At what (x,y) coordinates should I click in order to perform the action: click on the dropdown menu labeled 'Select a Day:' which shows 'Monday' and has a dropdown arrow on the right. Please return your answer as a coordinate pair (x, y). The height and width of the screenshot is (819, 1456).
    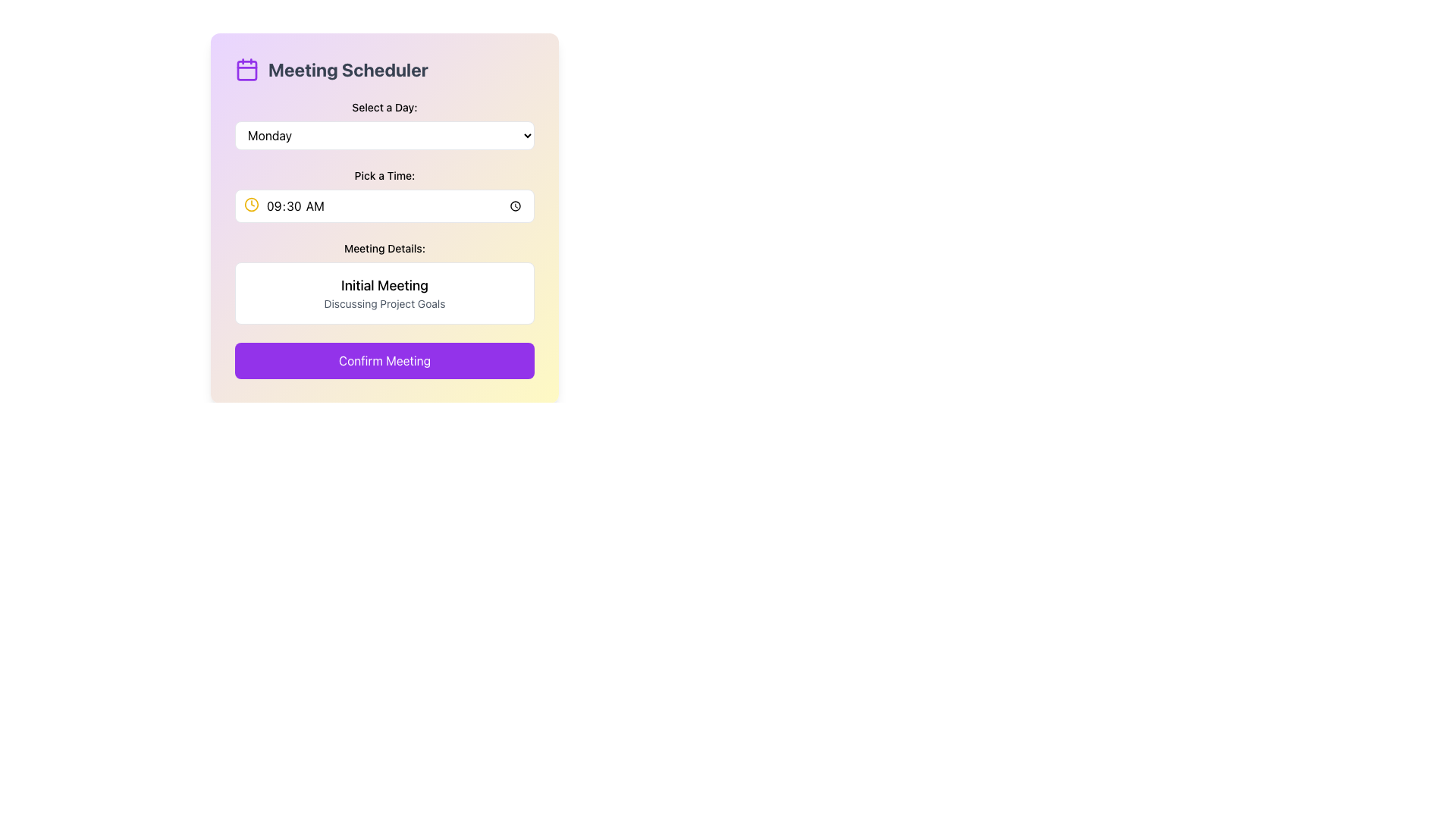
    Looking at the image, I should click on (384, 134).